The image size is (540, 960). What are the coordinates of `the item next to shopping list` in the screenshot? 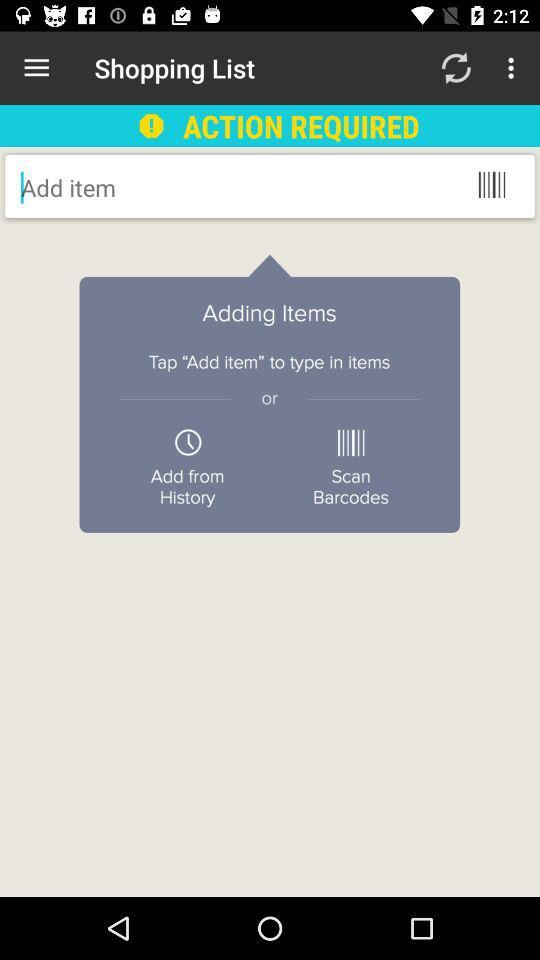 It's located at (36, 68).